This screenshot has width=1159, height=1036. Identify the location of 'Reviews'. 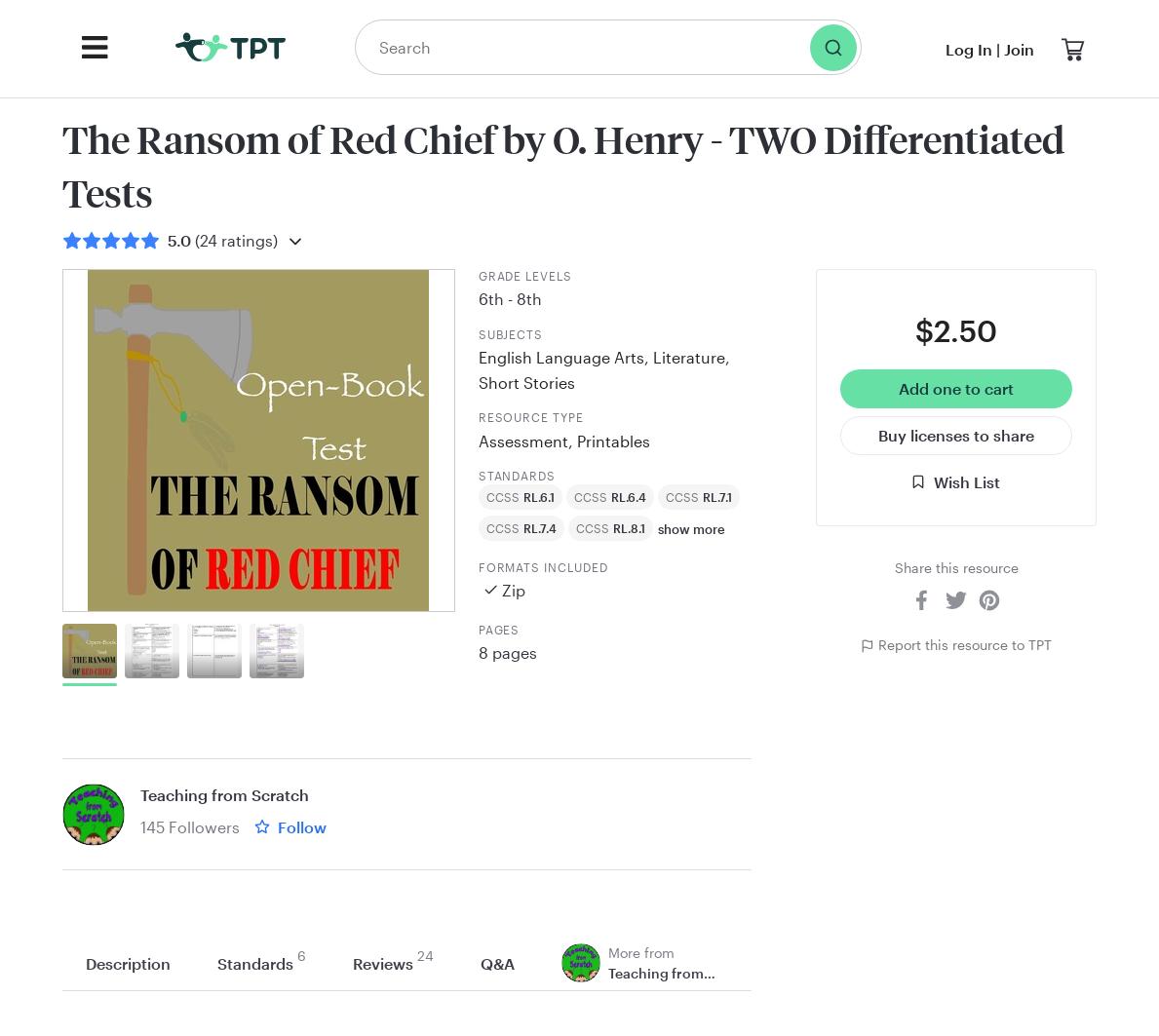
(381, 961).